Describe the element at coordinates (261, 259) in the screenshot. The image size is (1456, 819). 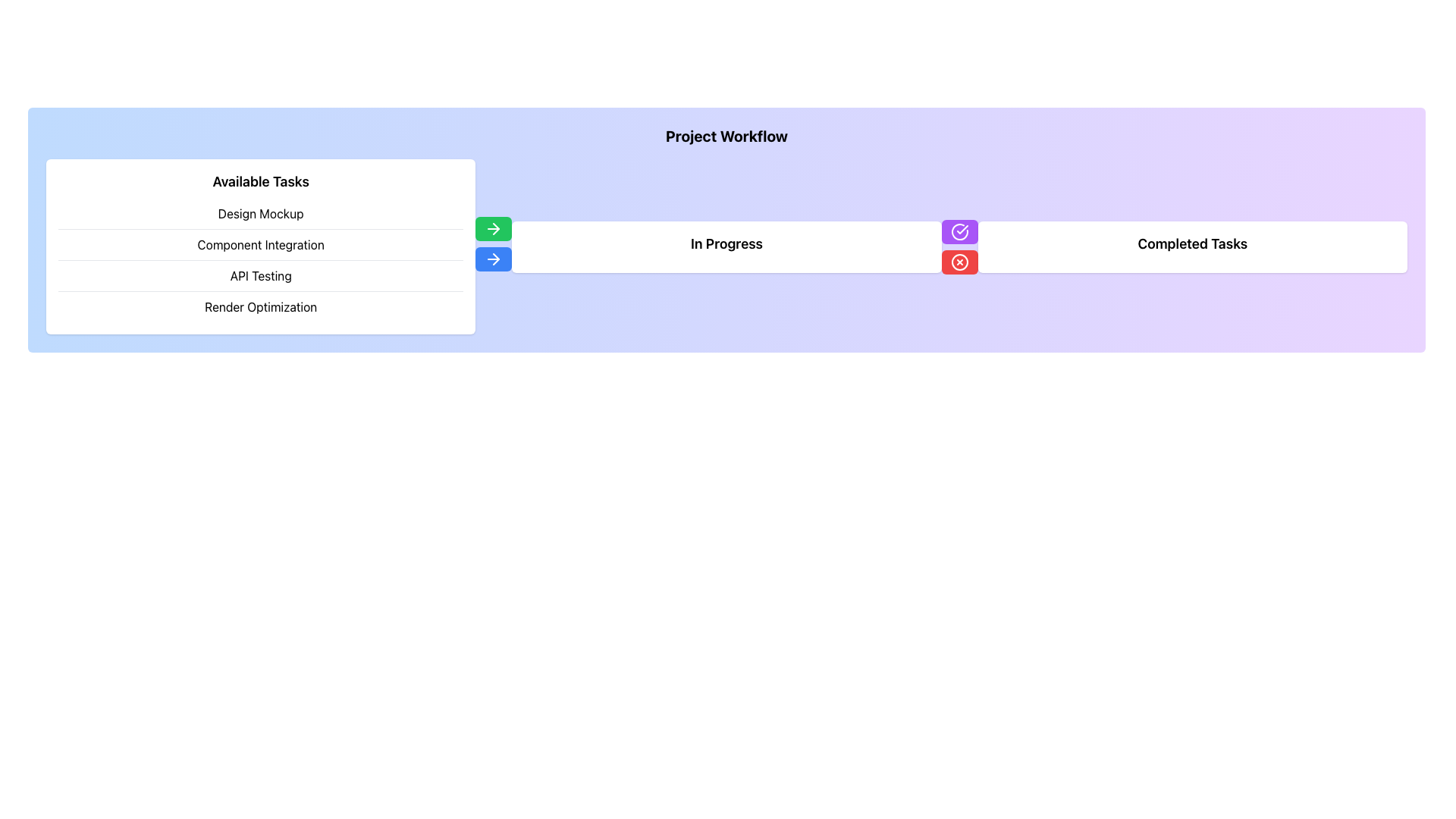
I see `the task titled 'Component Integration', which is the second item in the 'Available Tasks' list` at that location.